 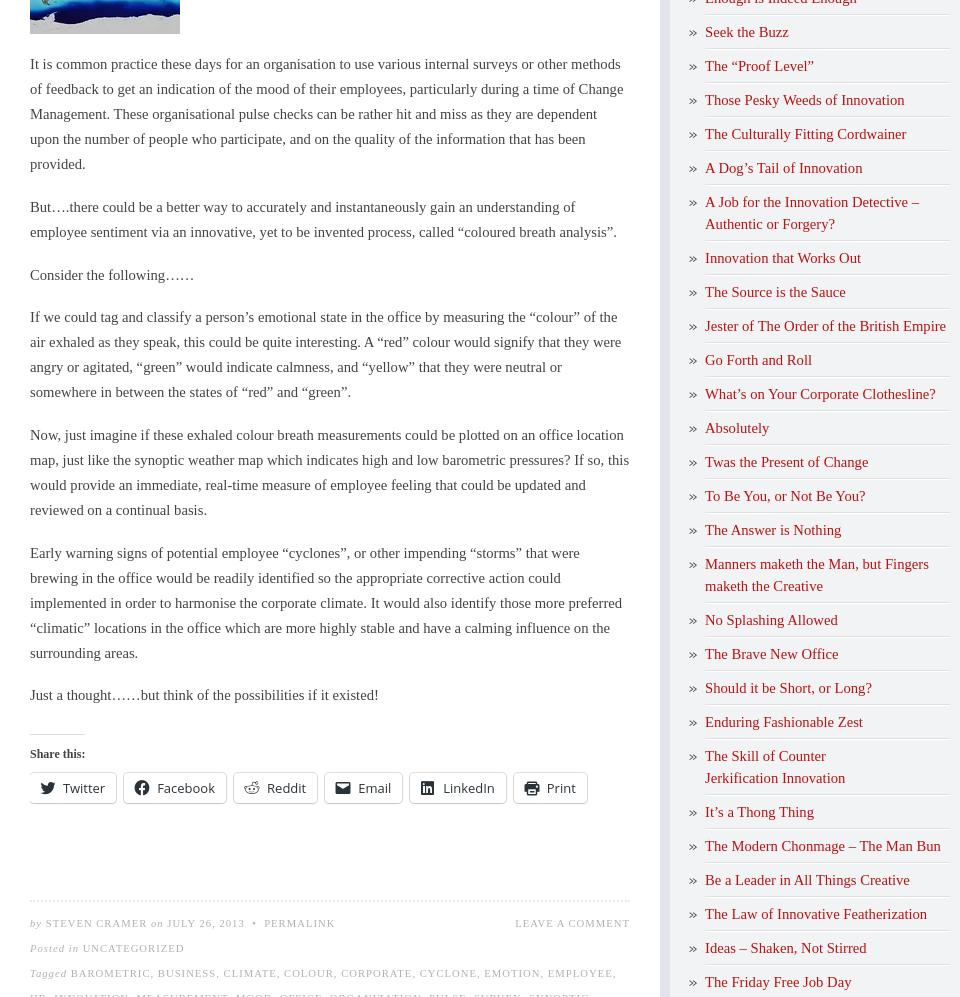 What do you see at coordinates (804, 99) in the screenshot?
I see `'Those Pesky Weeds of Innovation'` at bounding box center [804, 99].